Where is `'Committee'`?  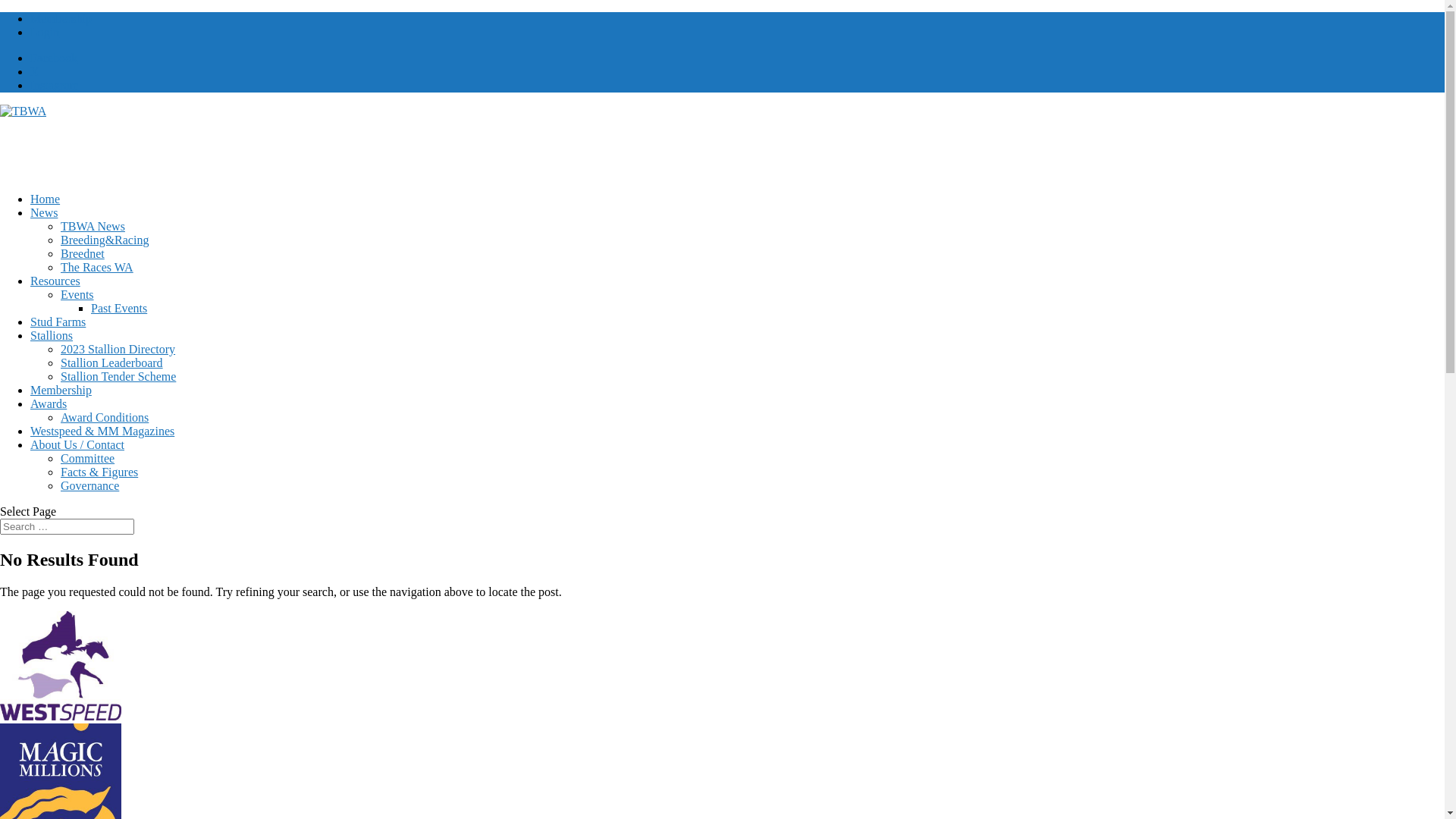 'Committee' is located at coordinates (86, 457).